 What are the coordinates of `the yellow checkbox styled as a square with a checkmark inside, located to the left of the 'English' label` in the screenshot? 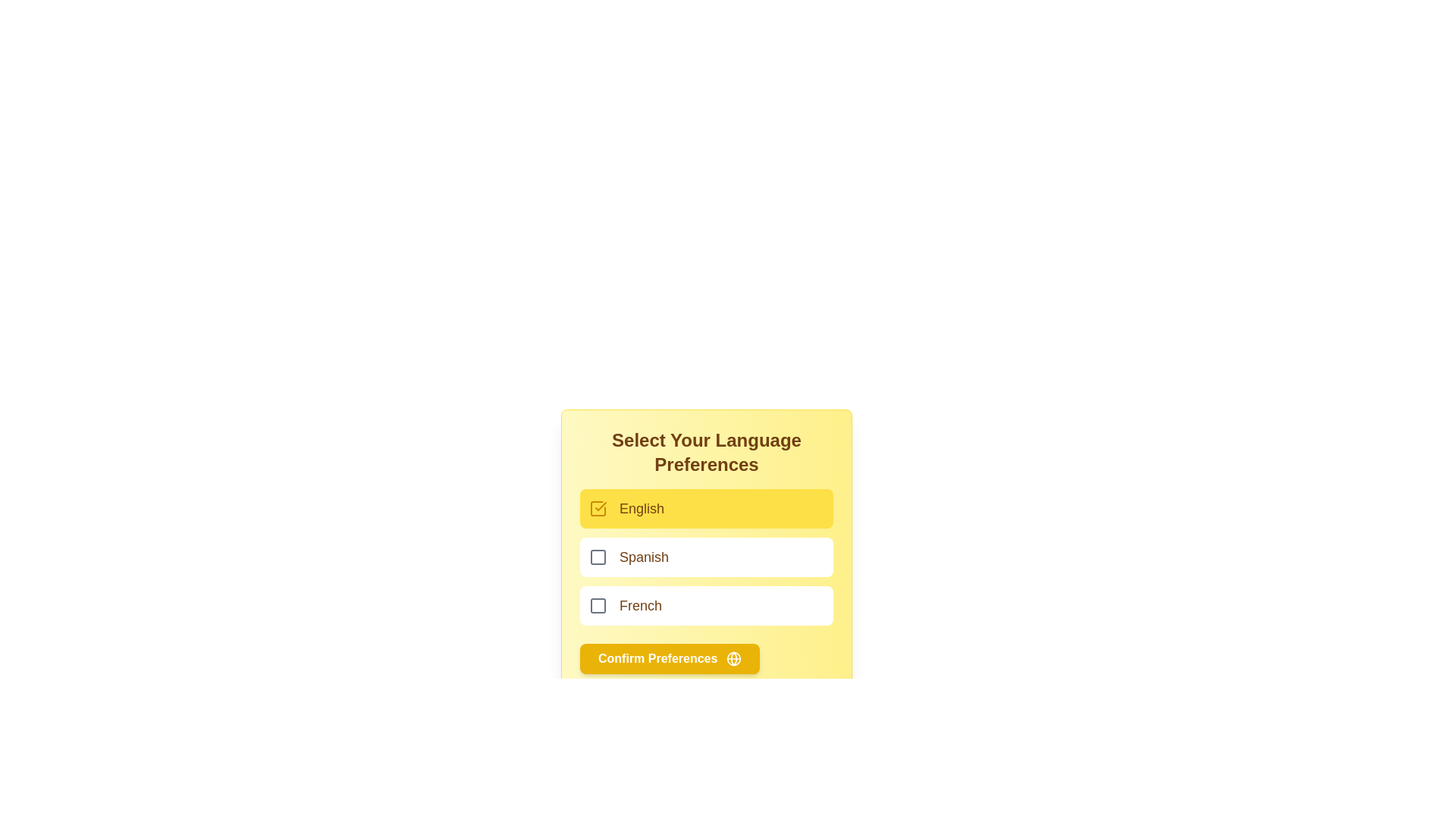 It's located at (597, 509).